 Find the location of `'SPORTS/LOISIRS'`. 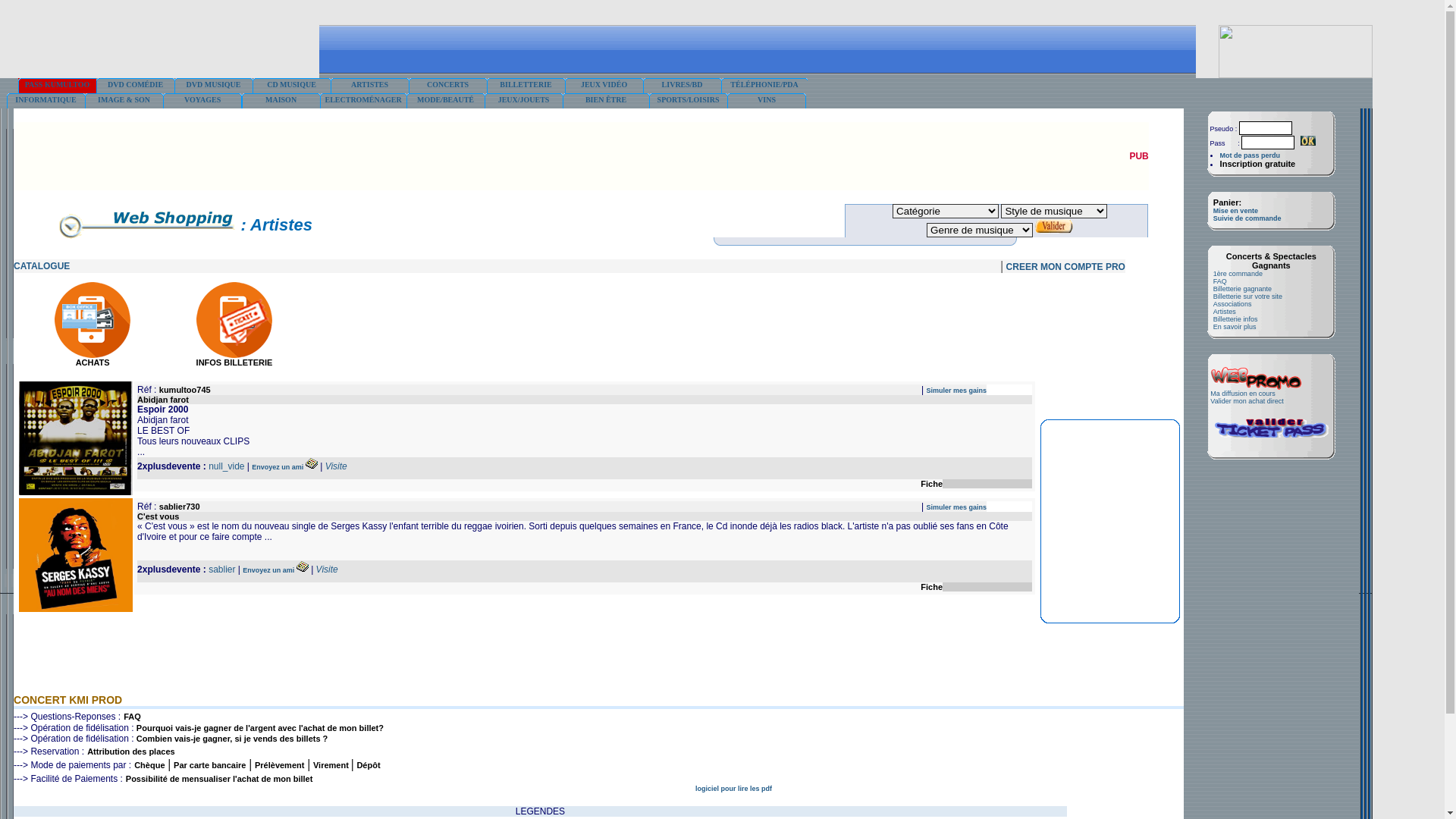

'SPORTS/LOISIRS' is located at coordinates (687, 100).